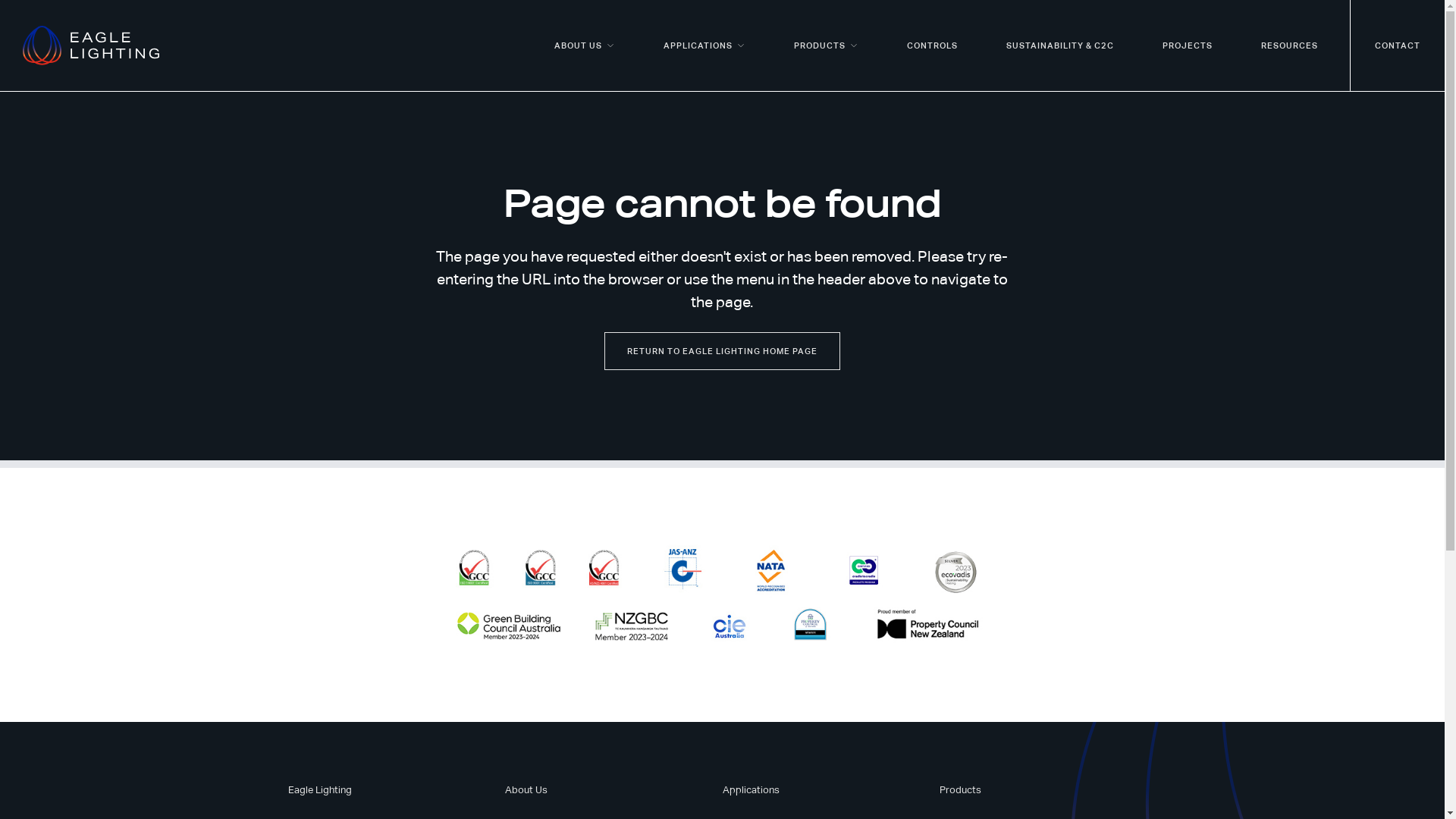 Image resolution: width=1456 pixels, height=819 pixels. Describe the element at coordinates (931, 45) in the screenshot. I see `'CONTROLS'` at that location.